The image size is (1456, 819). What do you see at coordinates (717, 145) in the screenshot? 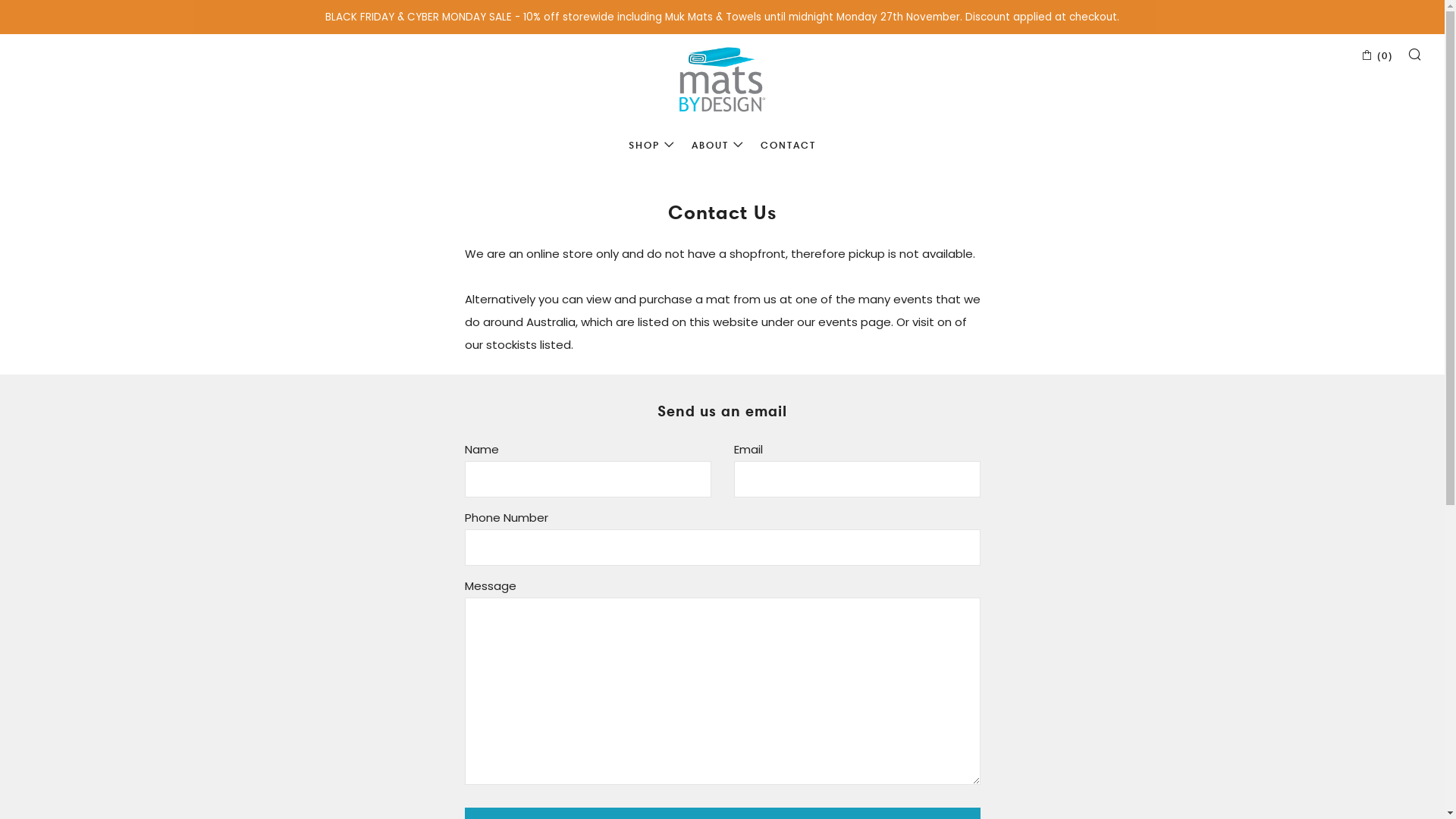
I see `'ABOUT'` at bounding box center [717, 145].